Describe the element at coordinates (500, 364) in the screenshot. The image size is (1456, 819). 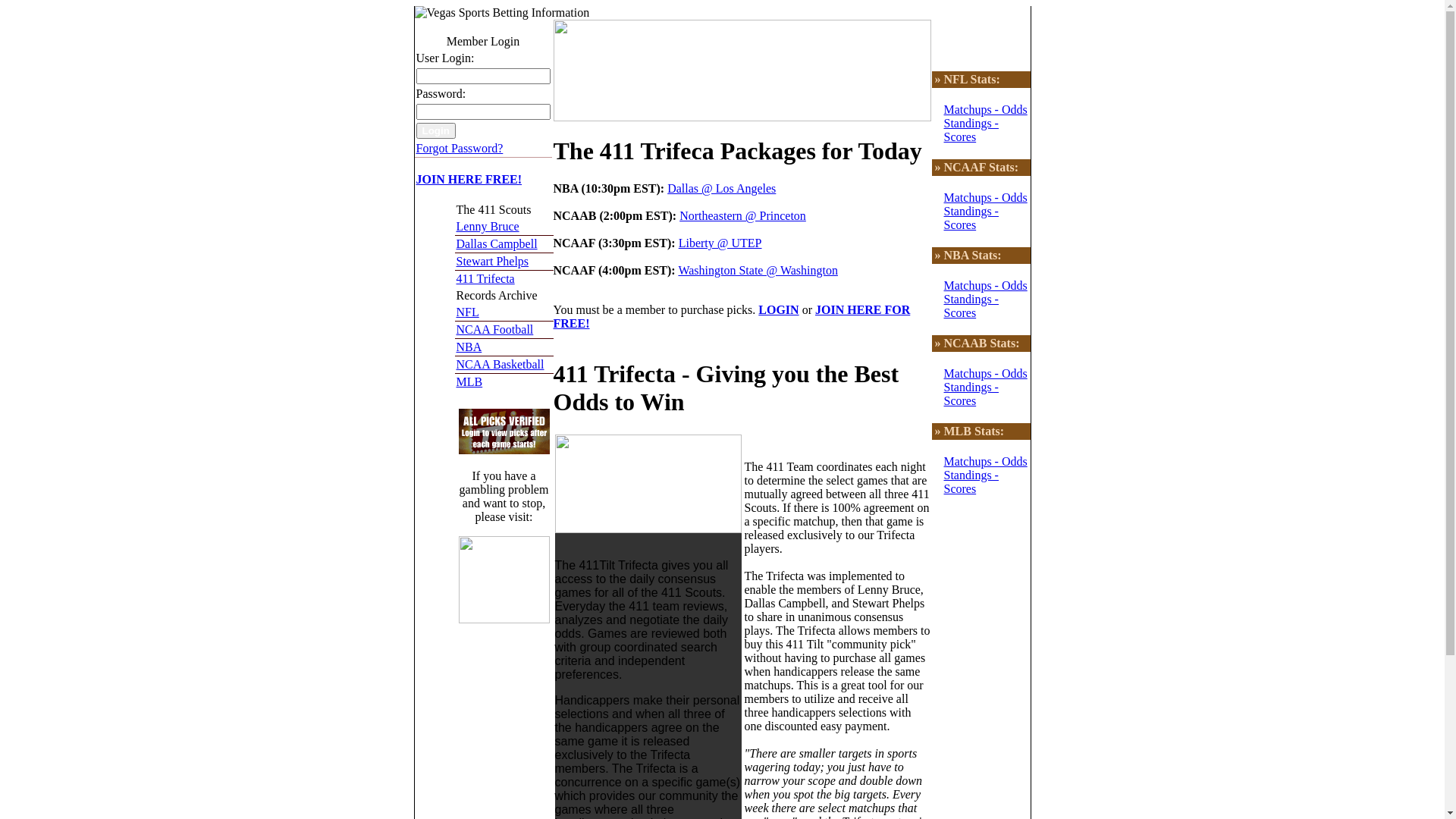
I see `'NCAA Basketball'` at that location.